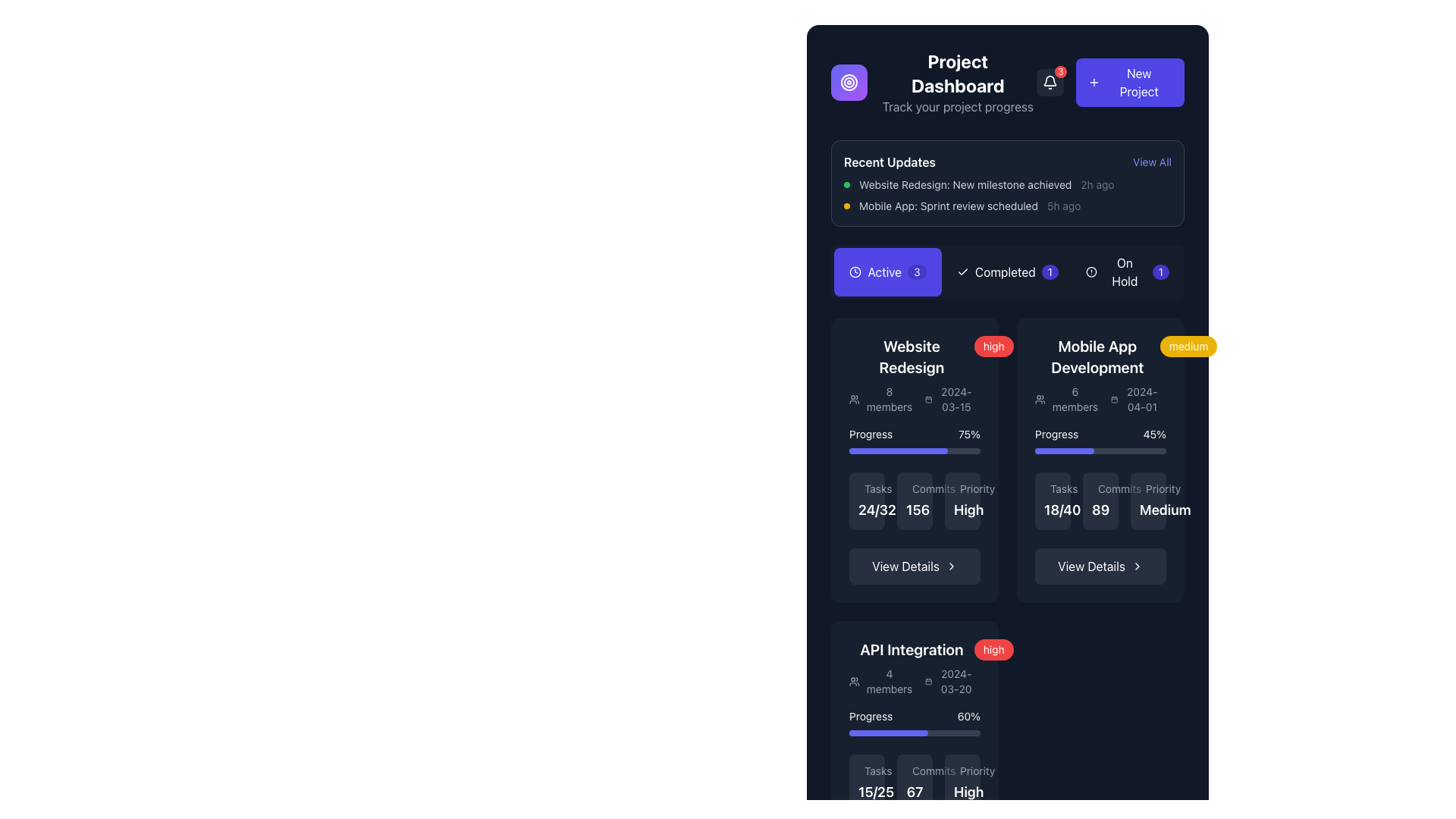 The image size is (1456, 819). Describe the element at coordinates (914, 721) in the screenshot. I see `the completion percentage of the Progress Bar located in the 'API Integration' panel, which visually represents task progress with a numerical percentage displayed` at that location.